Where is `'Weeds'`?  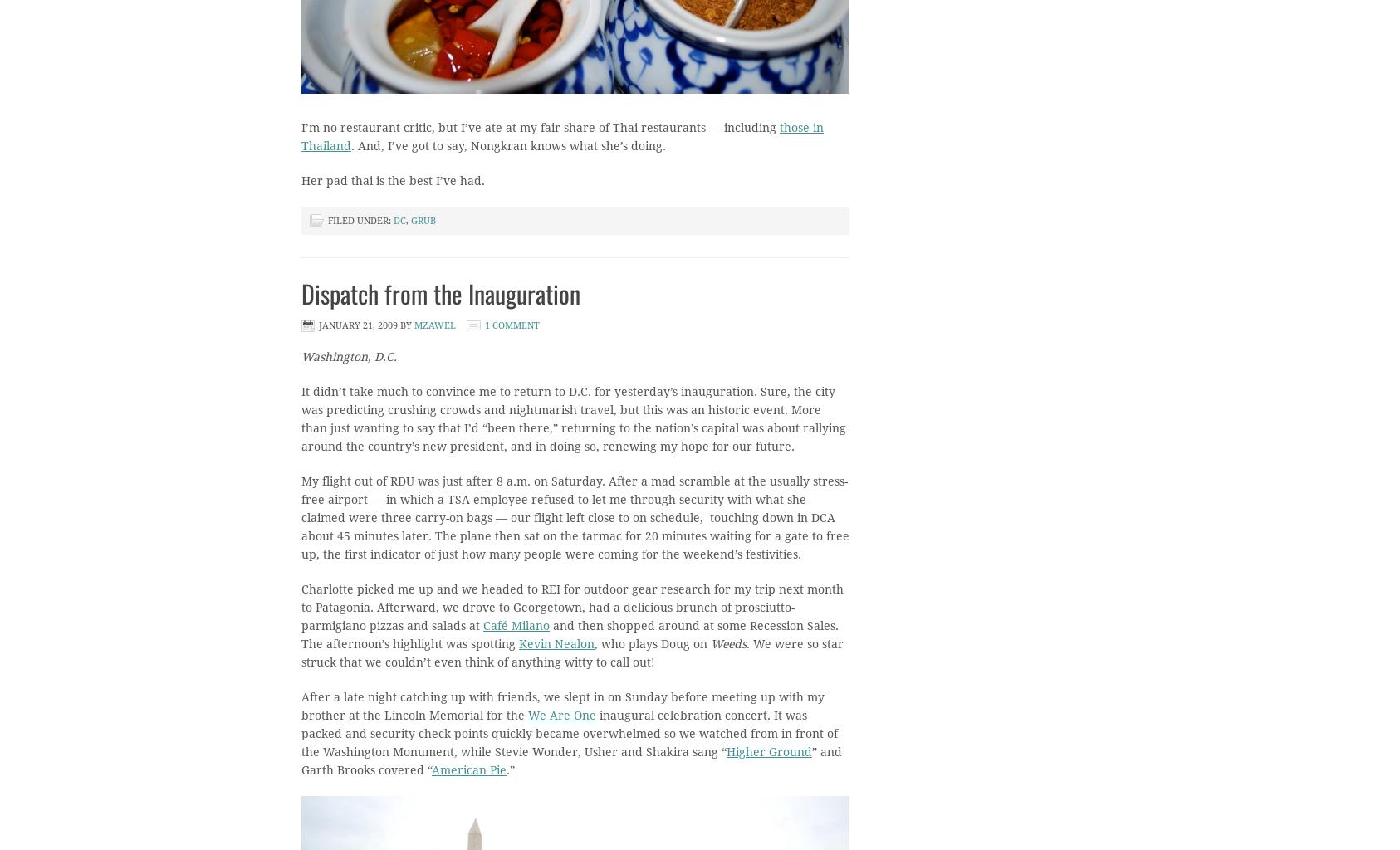
'Weeds' is located at coordinates (727, 643).